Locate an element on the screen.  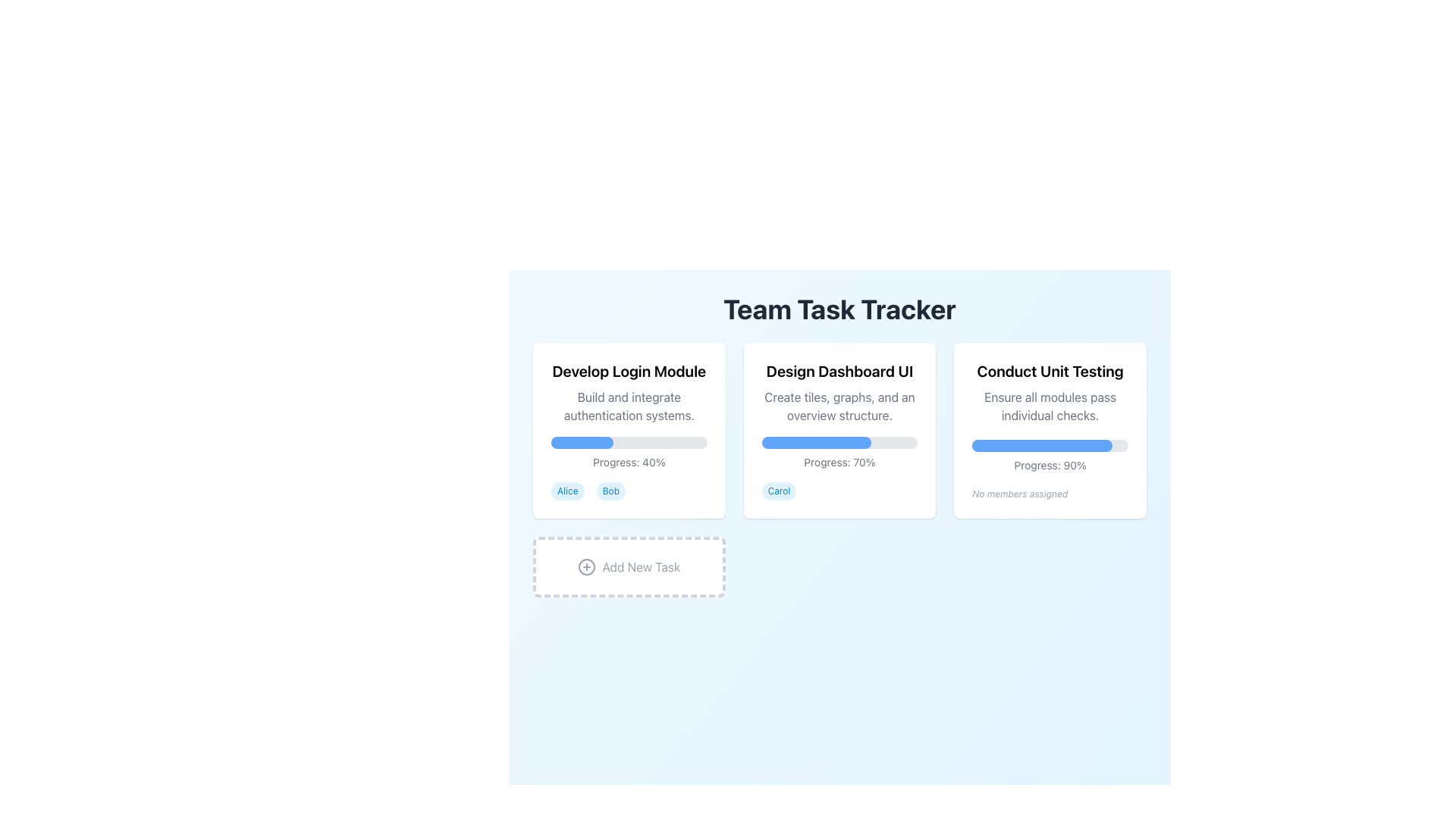
the large, bold header displaying 'Team Task Tracker' which is centrally positioned at the top of the interface is located at coordinates (839, 309).